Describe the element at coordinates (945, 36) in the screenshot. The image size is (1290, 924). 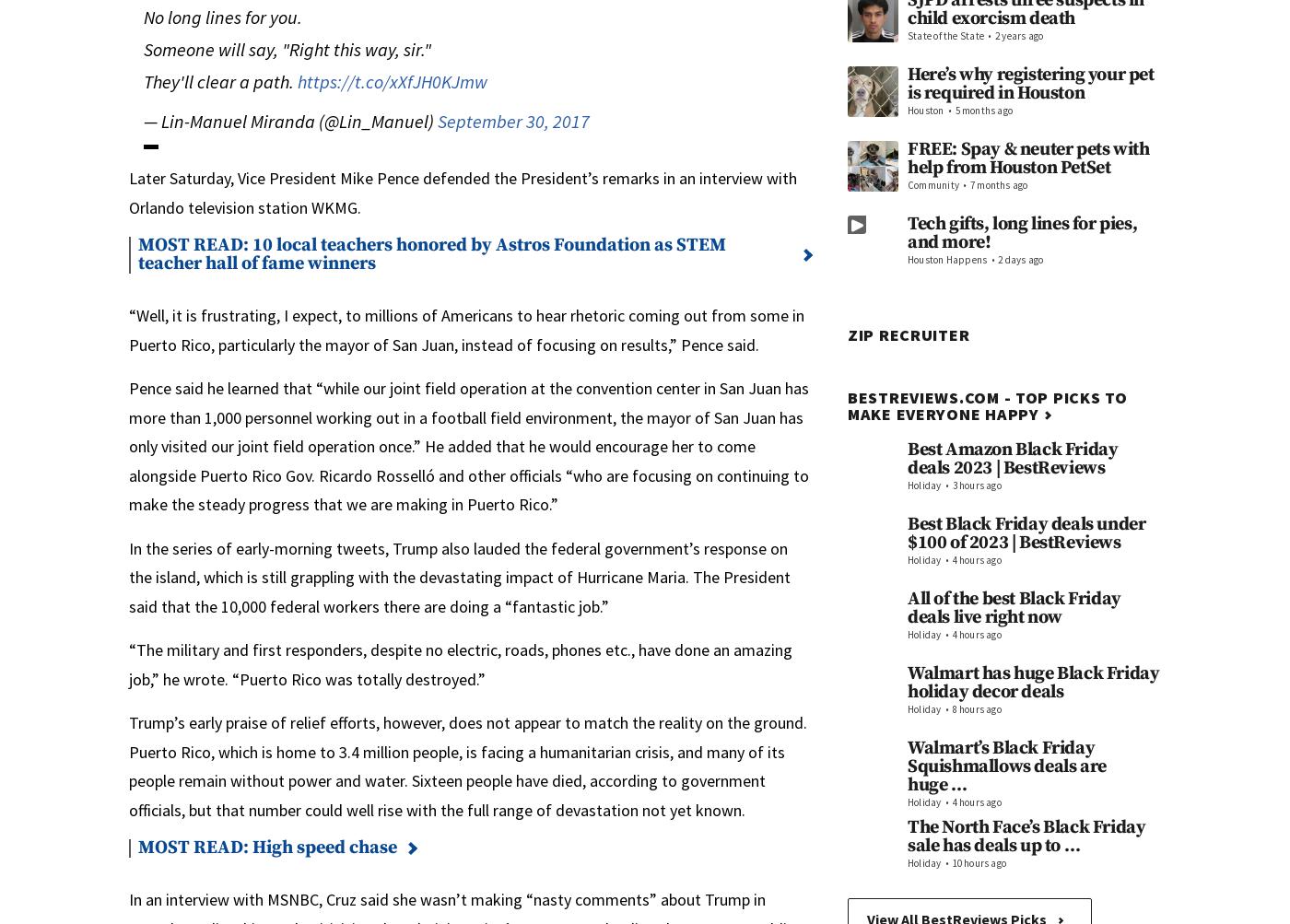
I see `'State of the State'` at that location.